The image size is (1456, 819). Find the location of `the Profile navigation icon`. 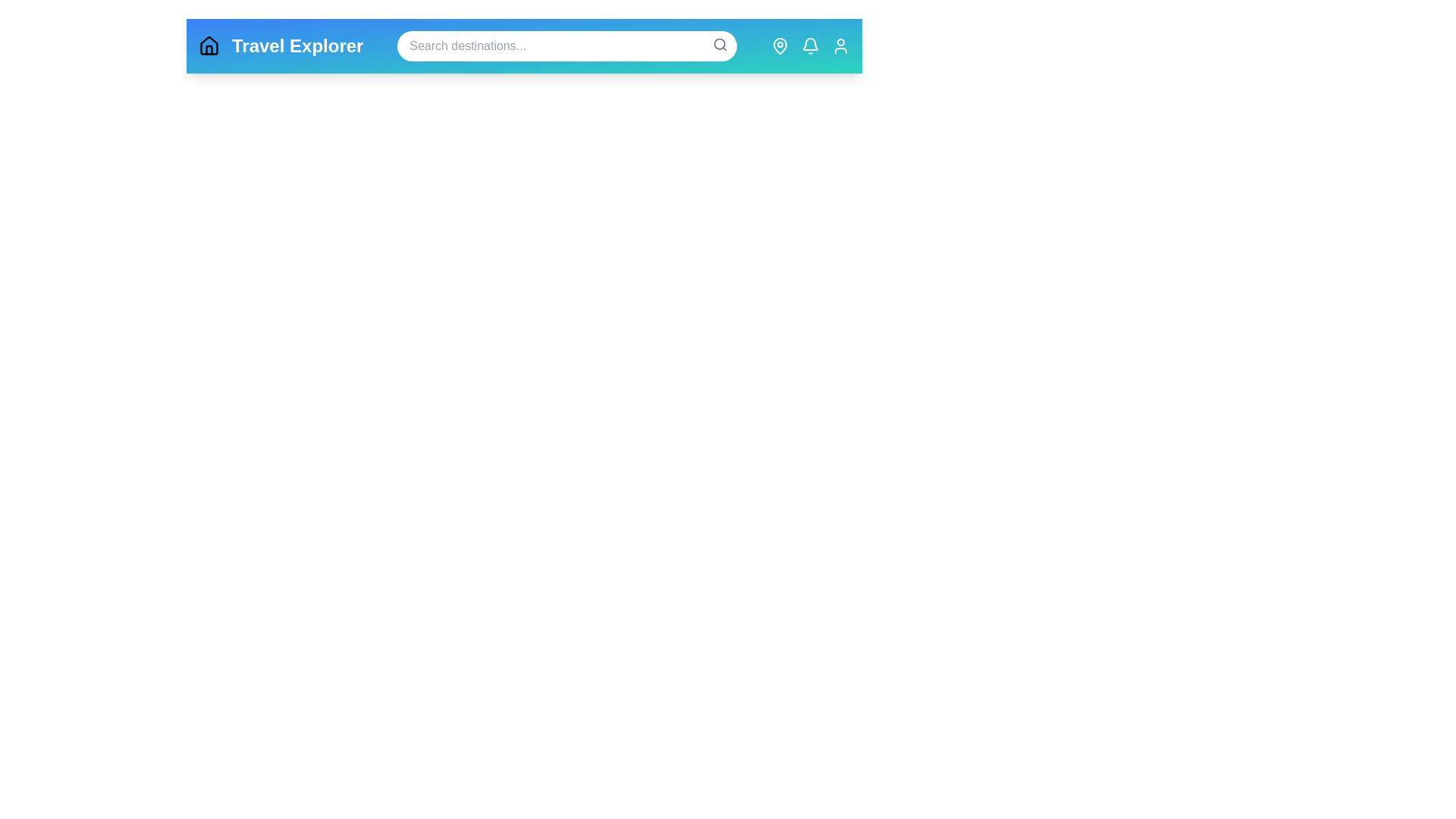

the Profile navigation icon is located at coordinates (839, 45).